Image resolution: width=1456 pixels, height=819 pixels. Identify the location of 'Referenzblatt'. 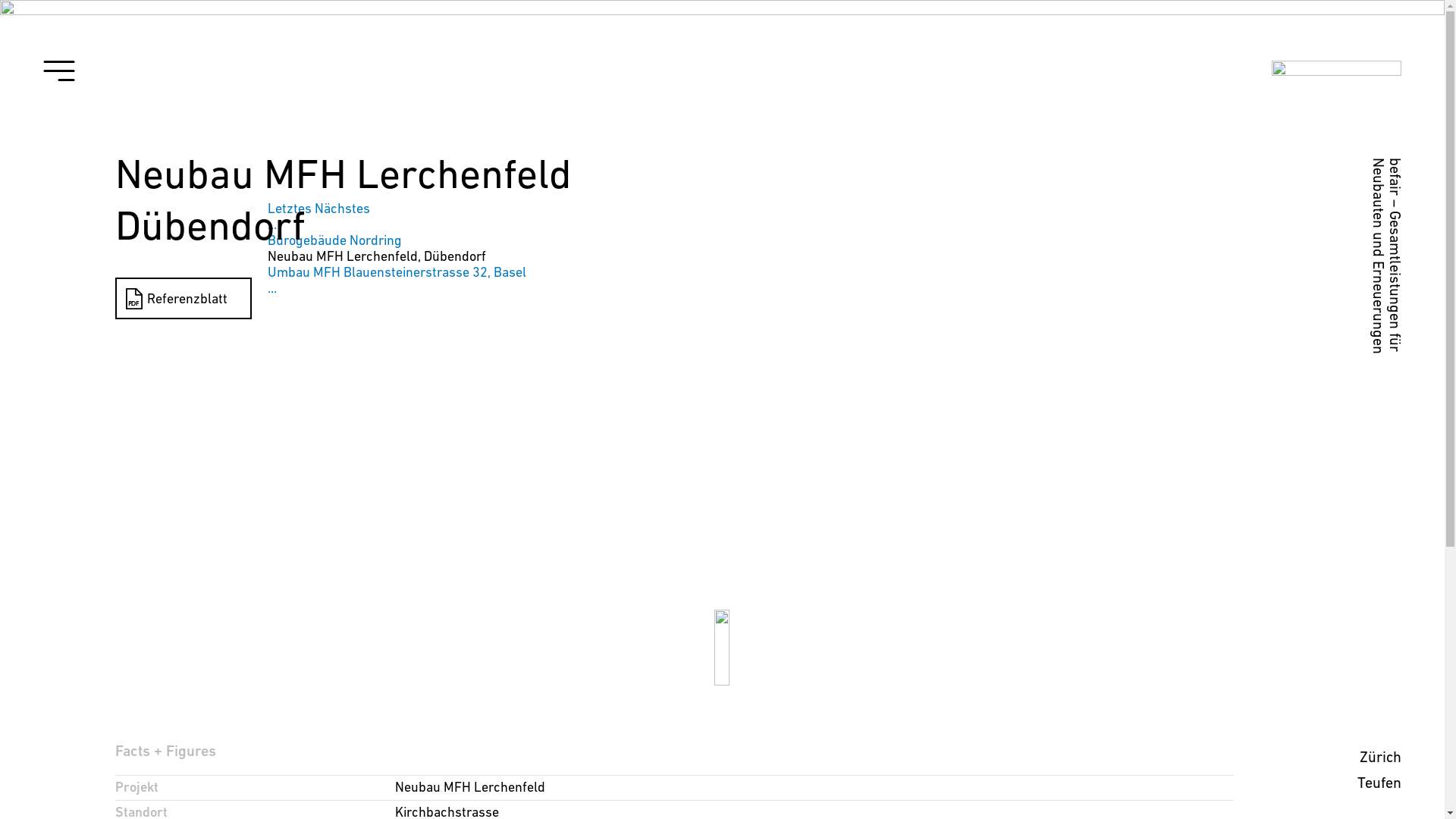
(182, 298).